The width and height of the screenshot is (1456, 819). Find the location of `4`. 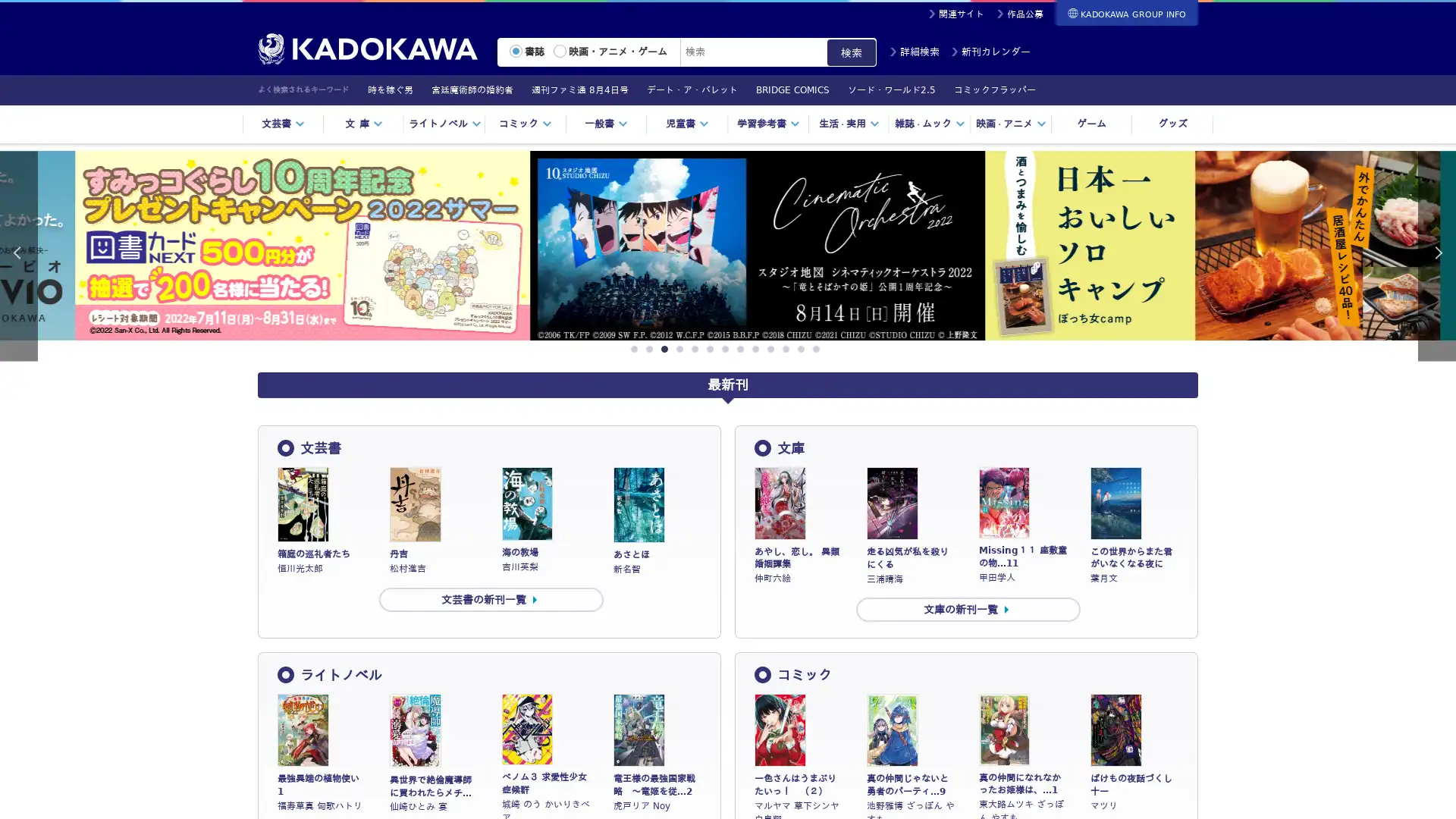

4 is located at coordinates (682, 350).